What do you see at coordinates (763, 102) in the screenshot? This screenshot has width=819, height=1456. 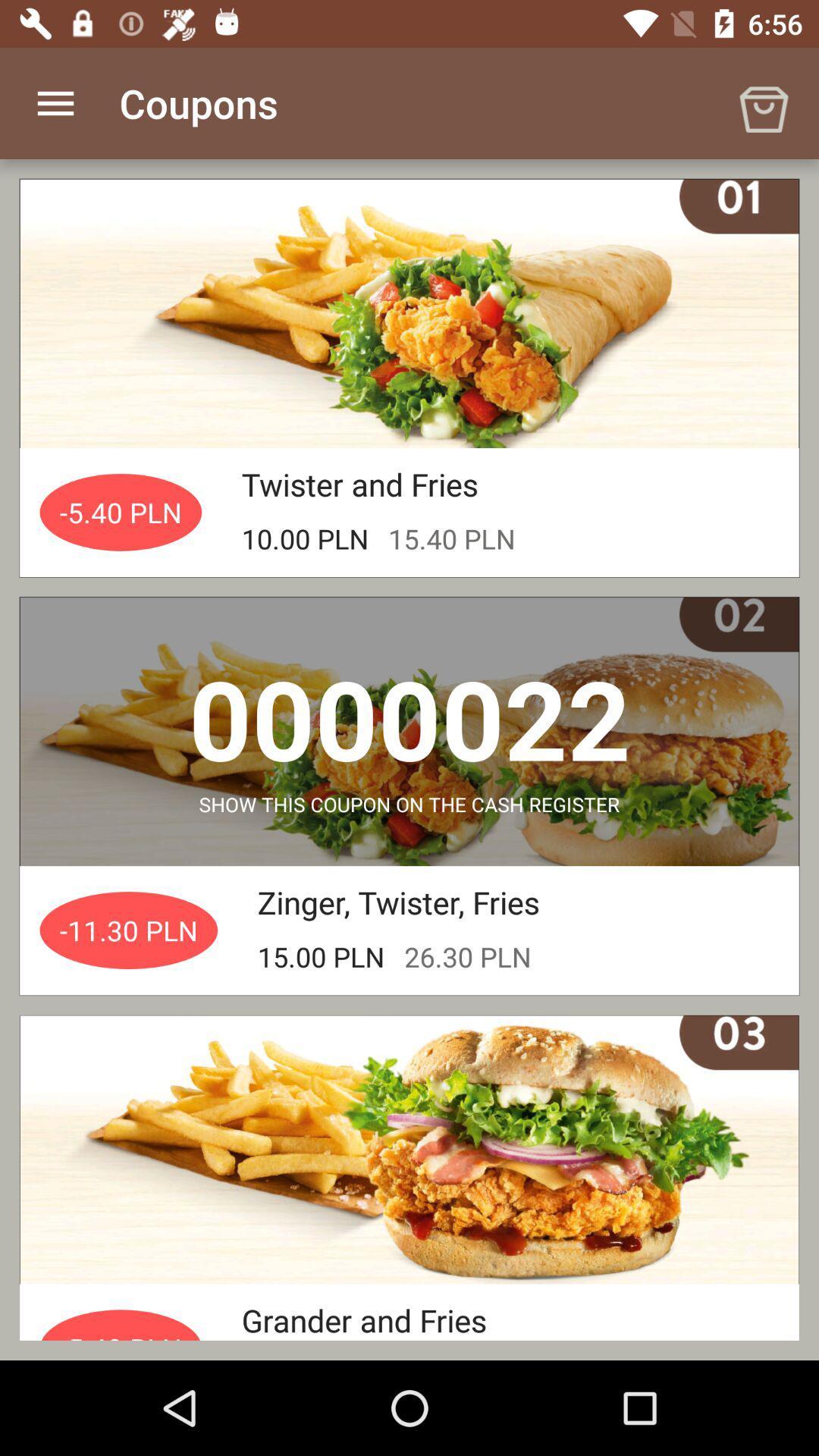 I see `the item to the right of the coupons app` at bounding box center [763, 102].